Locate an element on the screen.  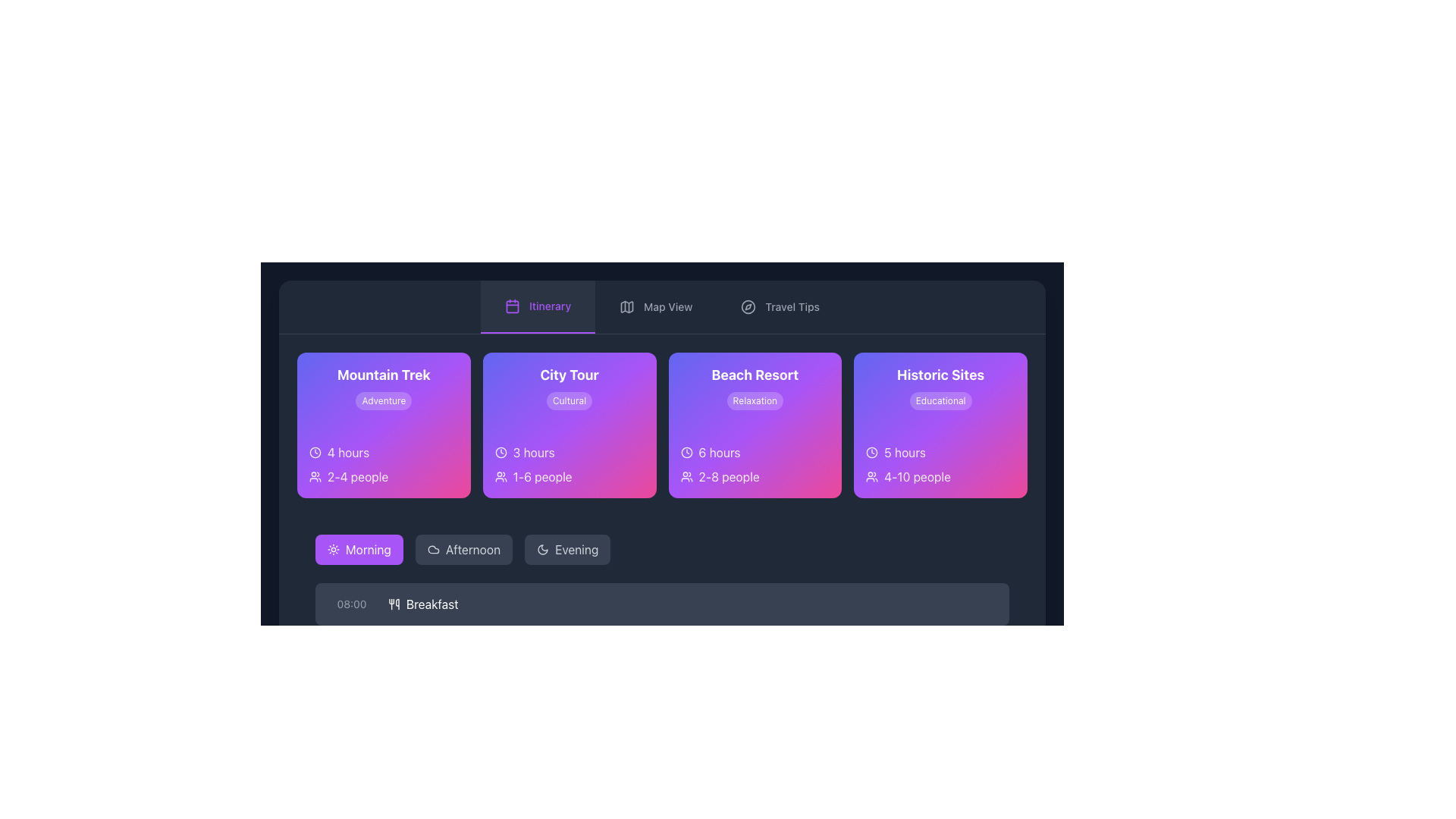
the icon that visually indicates the capacity of '2-4 people', located in the bottom-left corner of the 'Mountain Trek' card, directly below the '4 hours' text segment is located at coordinates (315, 475).